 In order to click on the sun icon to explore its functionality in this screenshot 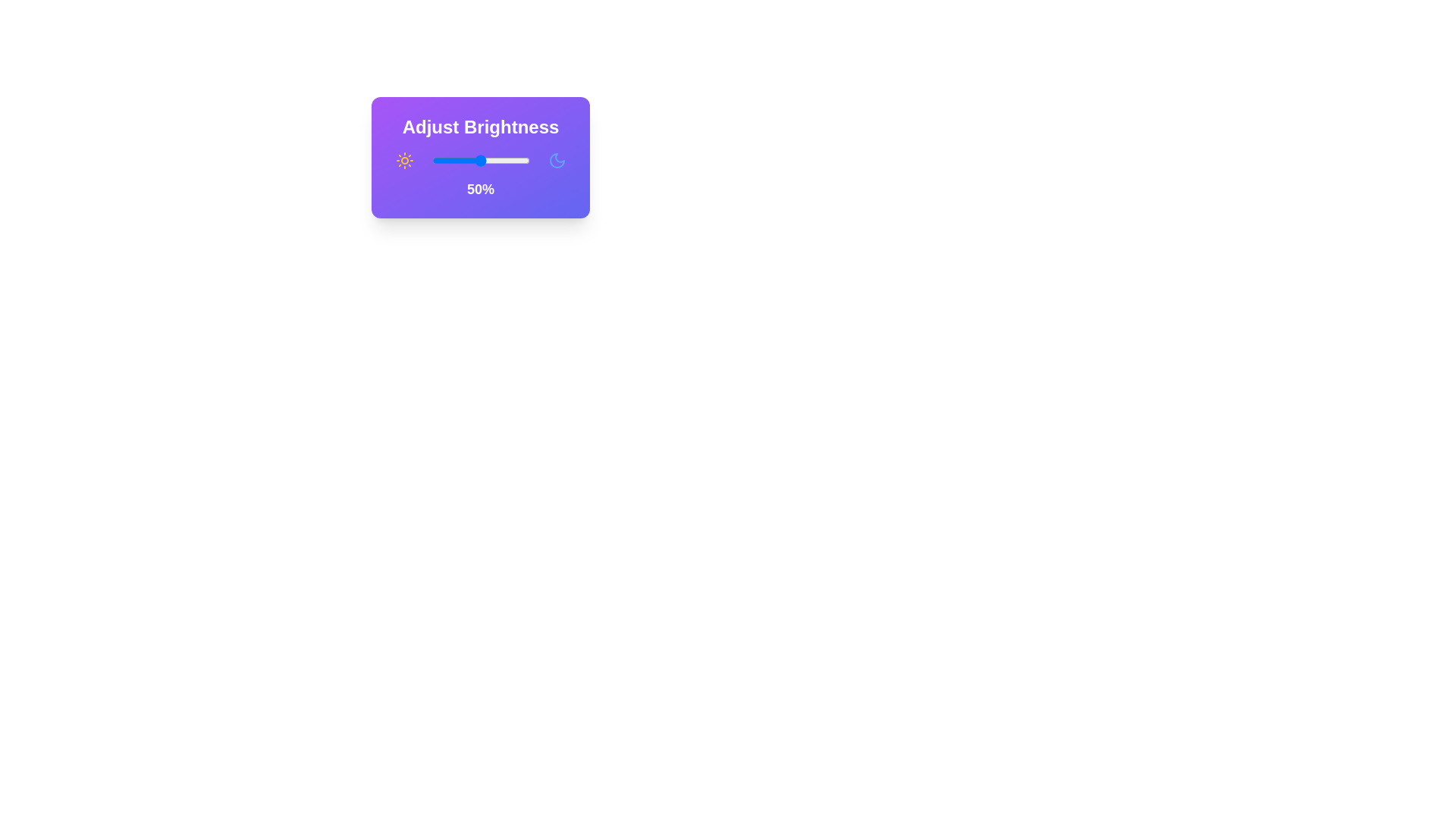, I will do `click(404, 161)`.